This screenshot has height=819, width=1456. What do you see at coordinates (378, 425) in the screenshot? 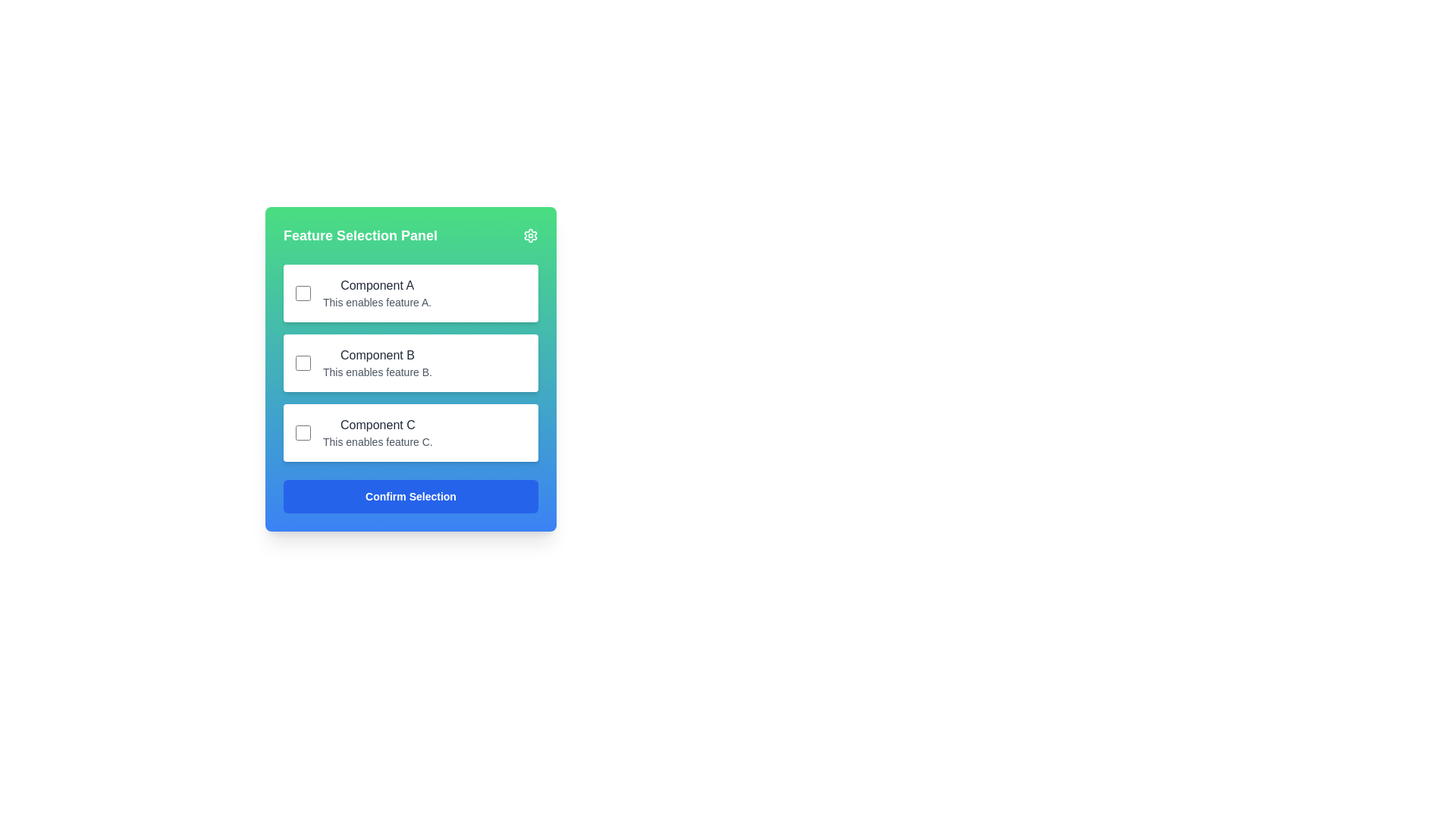
I see `the title label for Component C, which is the third label in a vertically stacked list of selection cards` at bounding box center [378, 425].